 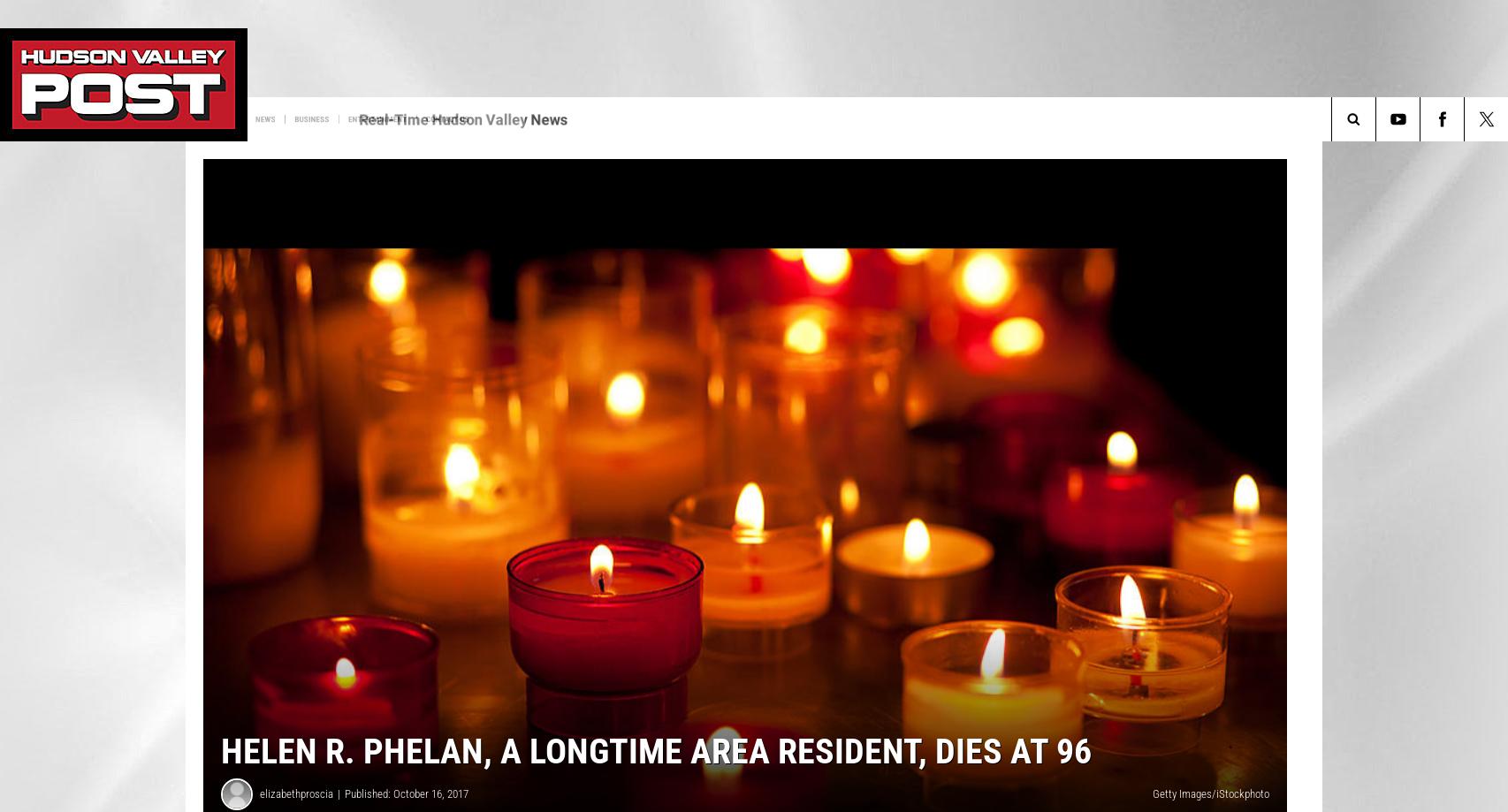 What do you see at coordinates (322, 118) in the screenshot?
I see `'Mobile App'` at bounding box center [322, 118].